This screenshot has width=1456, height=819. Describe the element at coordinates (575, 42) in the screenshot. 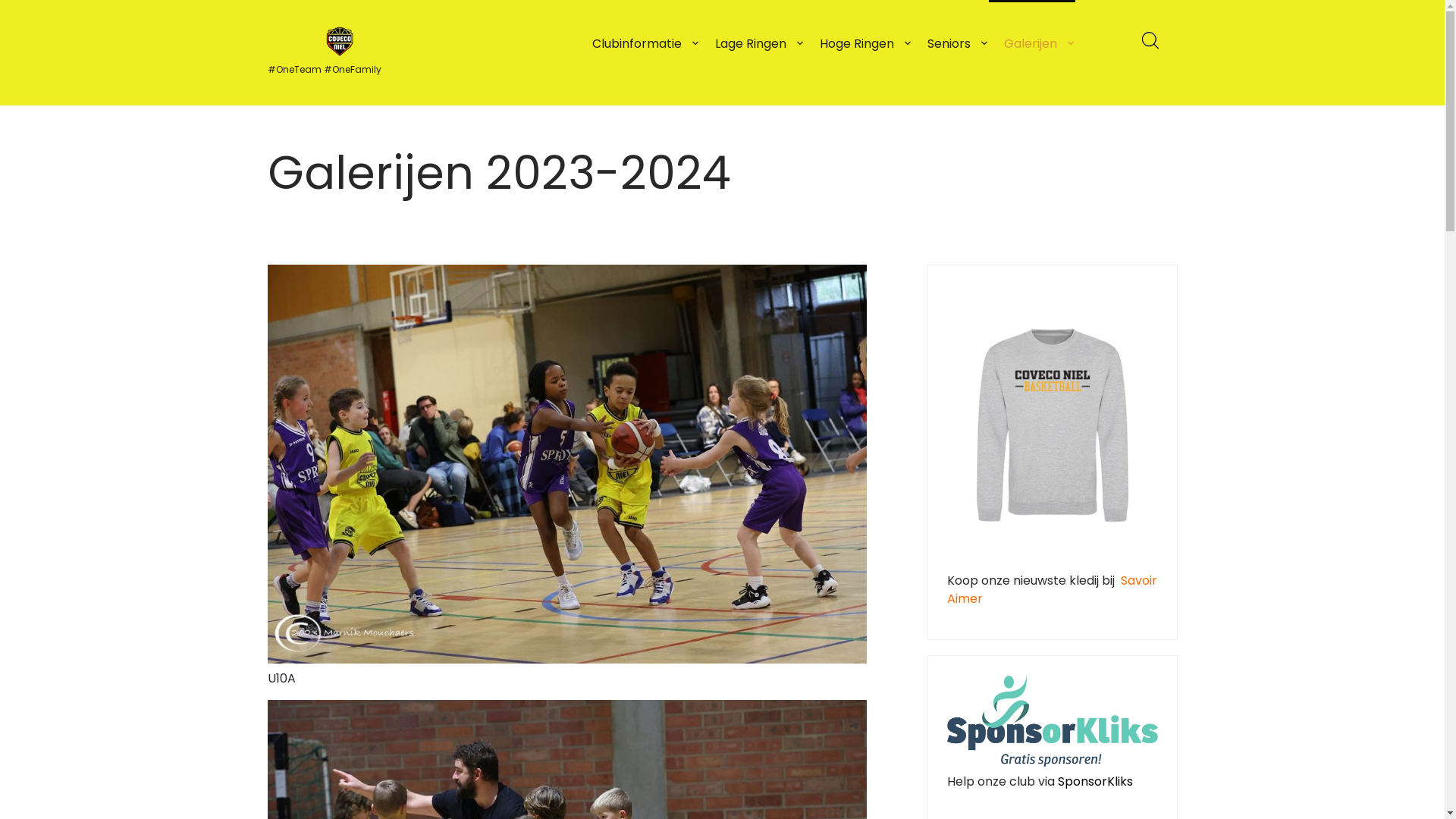

I see `'Clubinformatie'` at that location.